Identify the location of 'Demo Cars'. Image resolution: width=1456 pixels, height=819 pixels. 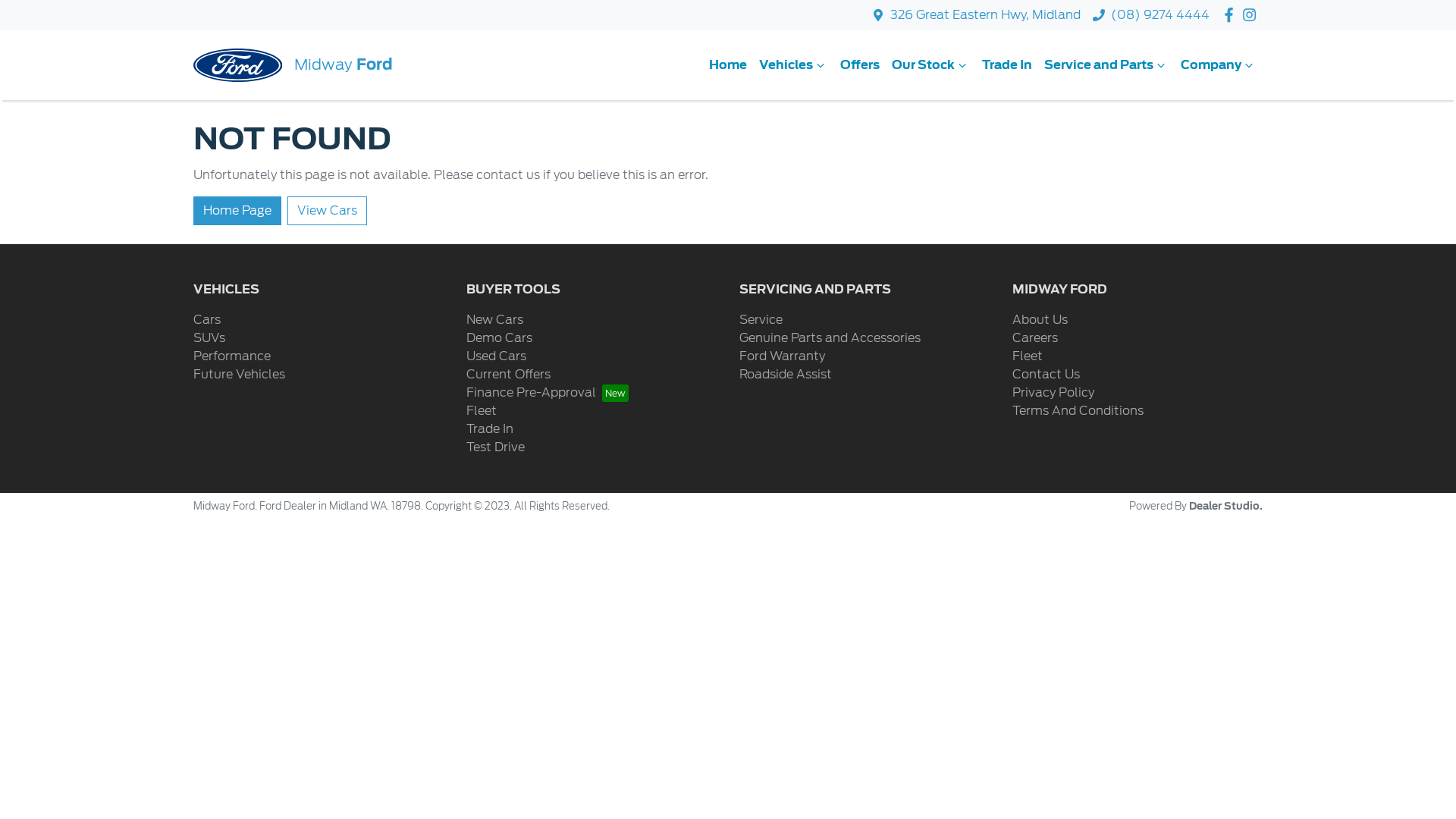
(499, 337).